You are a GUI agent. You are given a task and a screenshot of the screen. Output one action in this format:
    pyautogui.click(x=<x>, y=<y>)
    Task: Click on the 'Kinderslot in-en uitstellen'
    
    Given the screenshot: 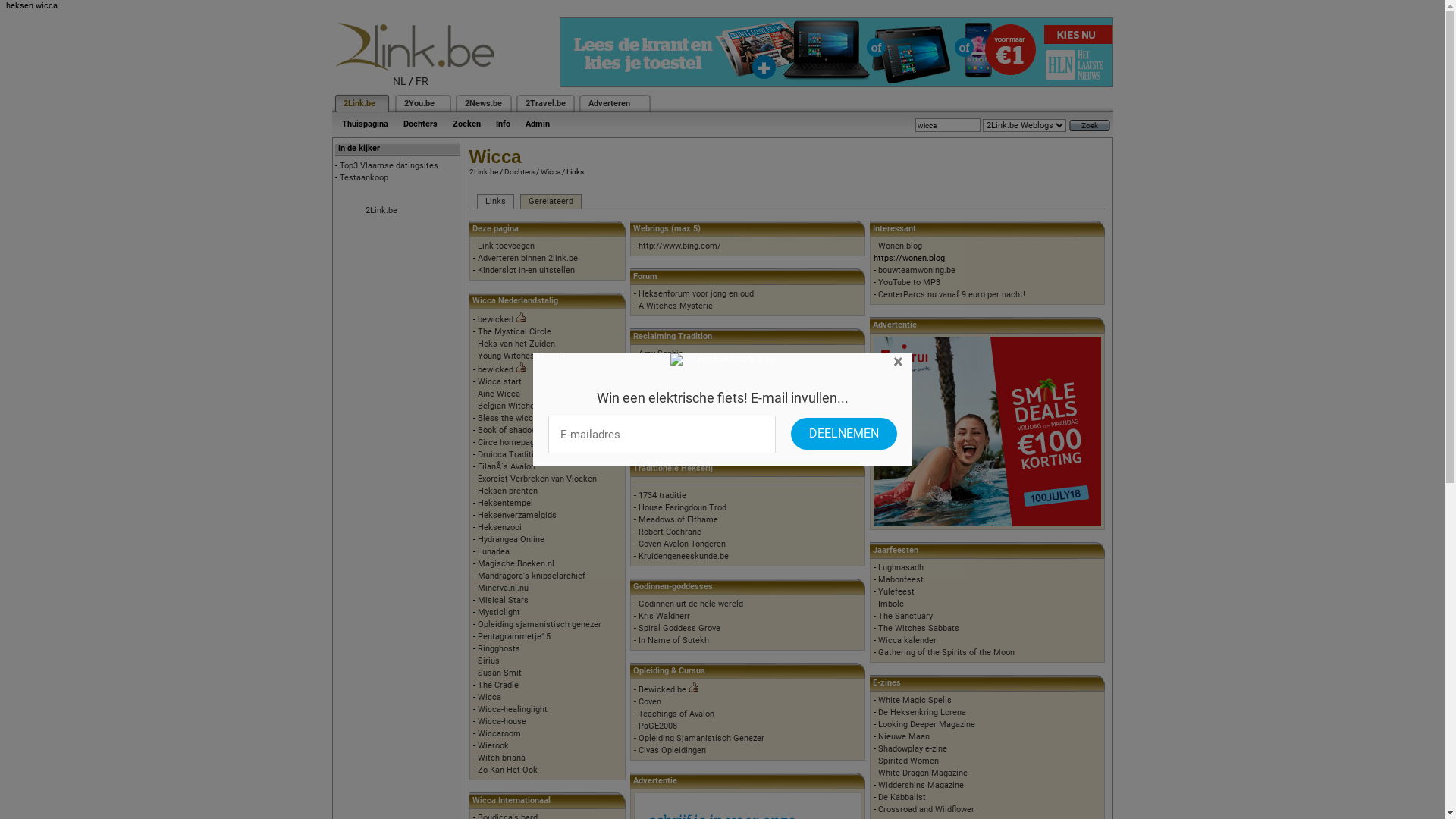 What is the action you would take?
    pyautogui.click(x=526, y=269)
    